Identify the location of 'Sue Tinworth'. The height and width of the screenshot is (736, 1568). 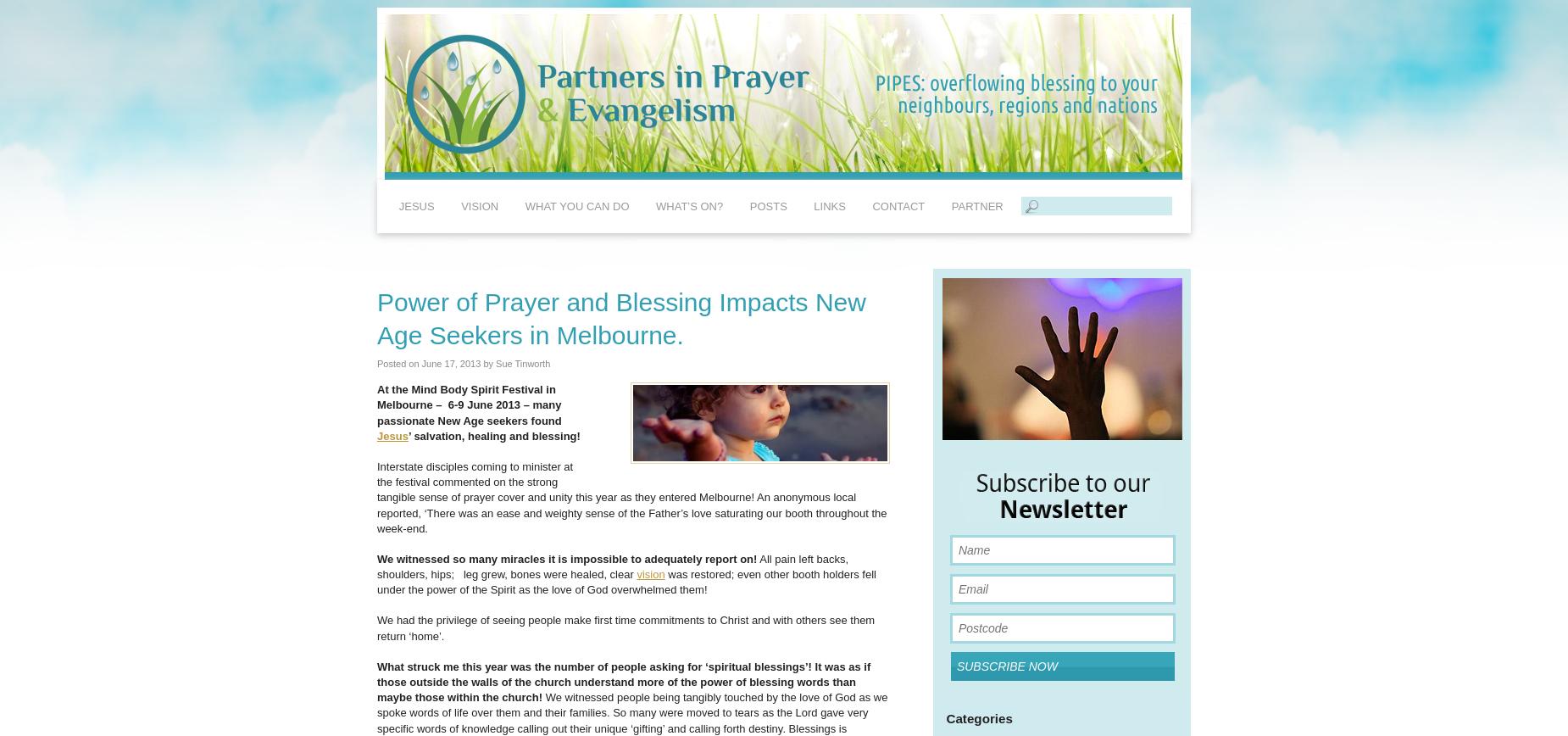
(495, 363).